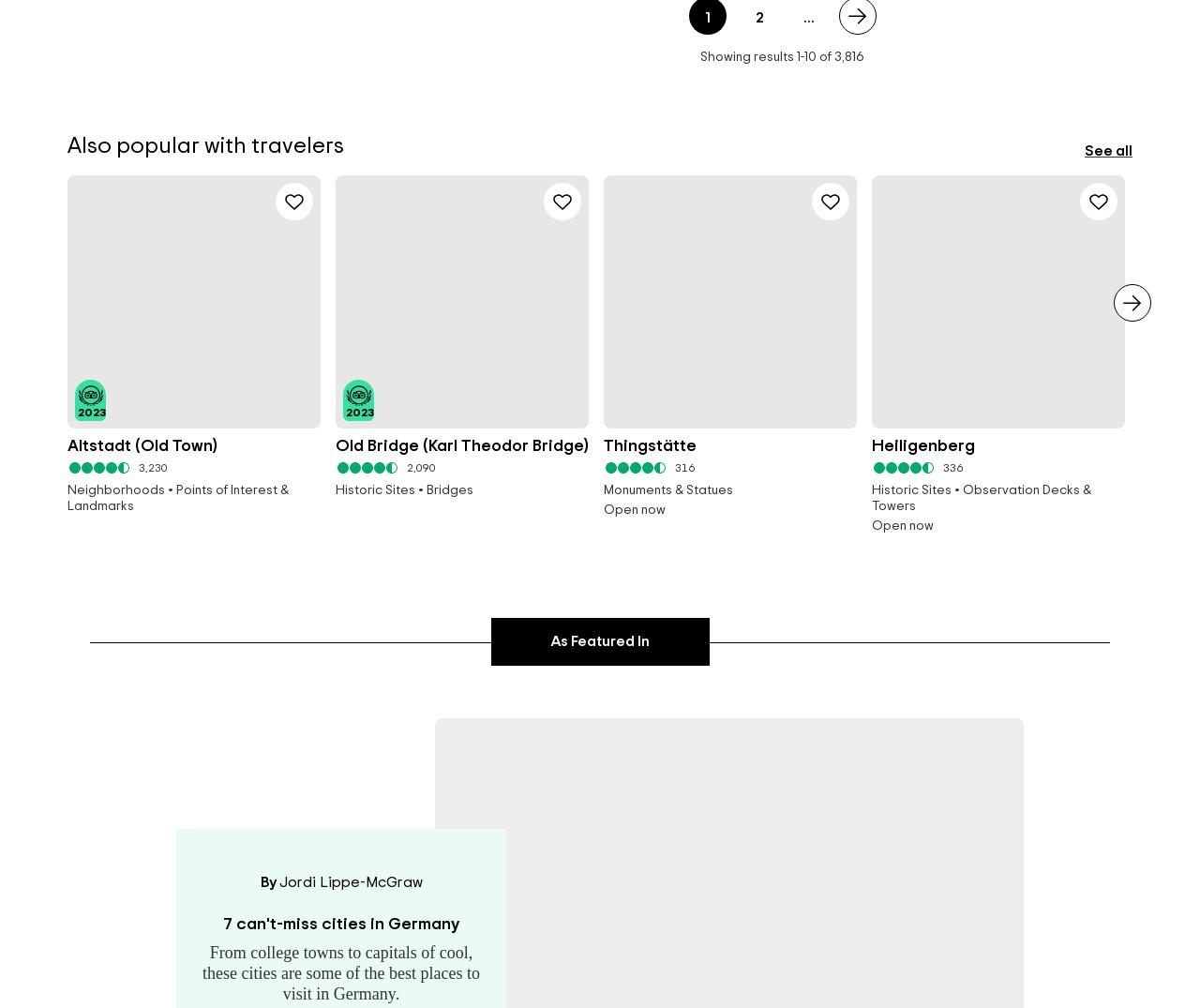 Image resolution: width=1200 pixels, height=1008 pixels. Describe the element at coordinates (1084, 151) in the screenshot. I see `'See all'` at that location.